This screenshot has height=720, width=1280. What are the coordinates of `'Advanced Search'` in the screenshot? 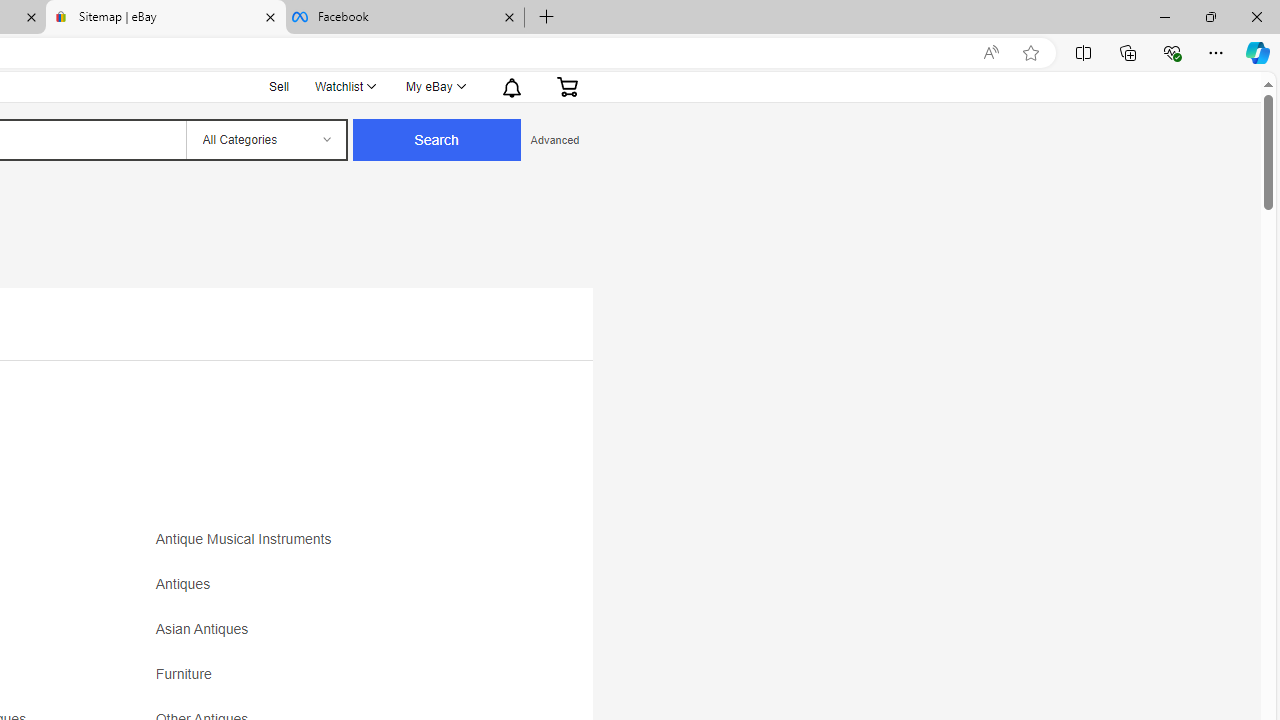 It's located at (554, 139).